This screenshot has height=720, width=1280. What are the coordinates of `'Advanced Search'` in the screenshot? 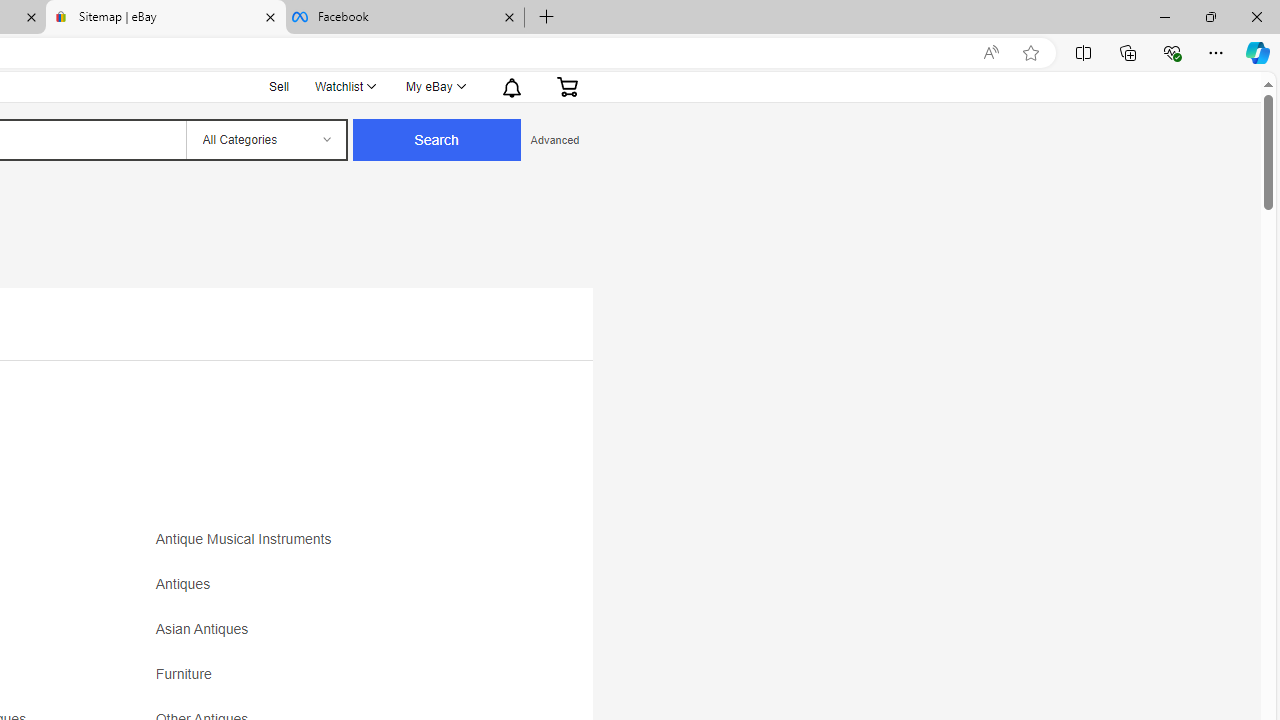 It's located at (554, 139).